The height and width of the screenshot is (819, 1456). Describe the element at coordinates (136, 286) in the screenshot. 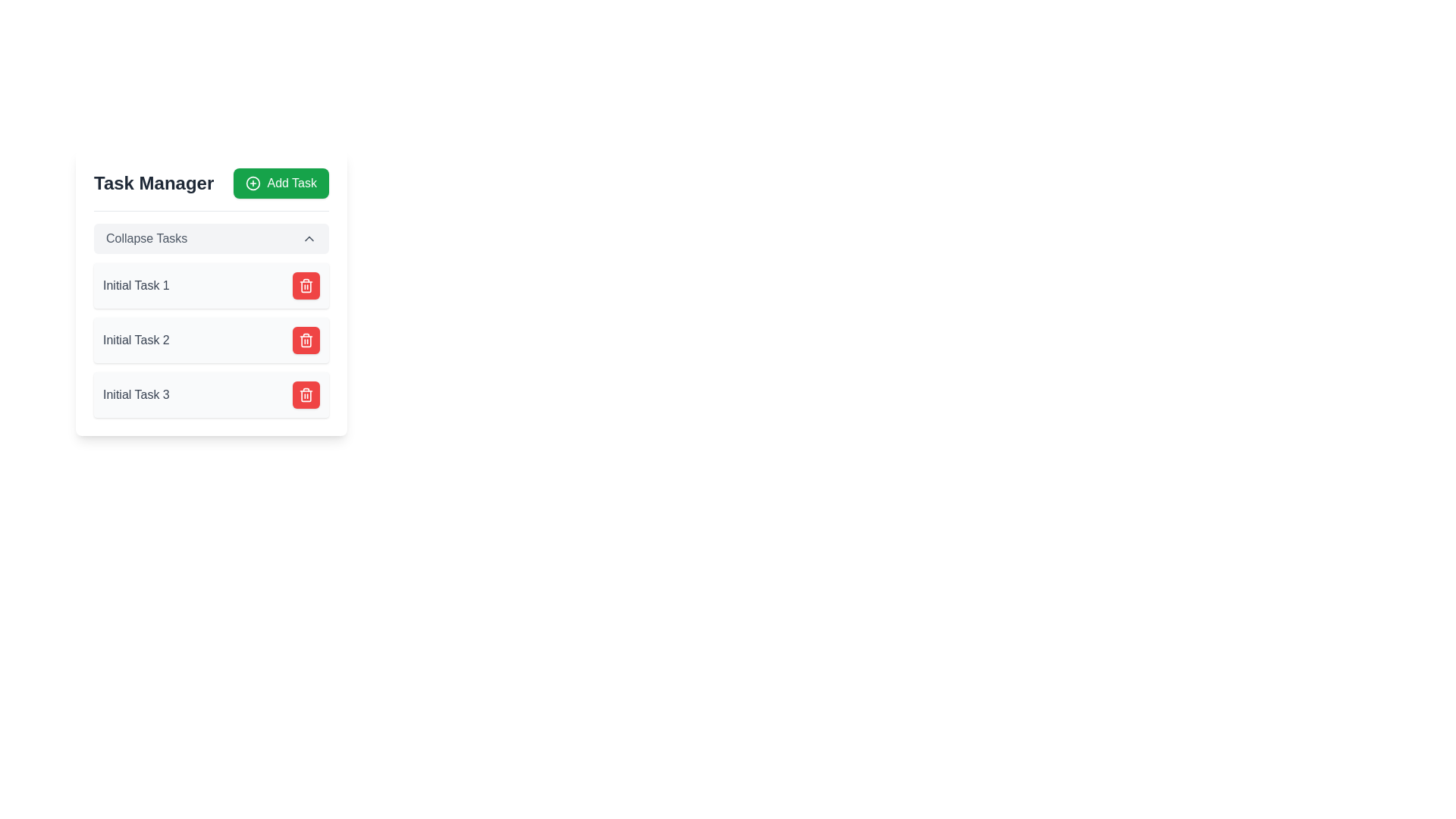

I see `the text label that identifies the specific task in the first row of the Task Manager list, positioned to the left of the delete icon button` at that location.